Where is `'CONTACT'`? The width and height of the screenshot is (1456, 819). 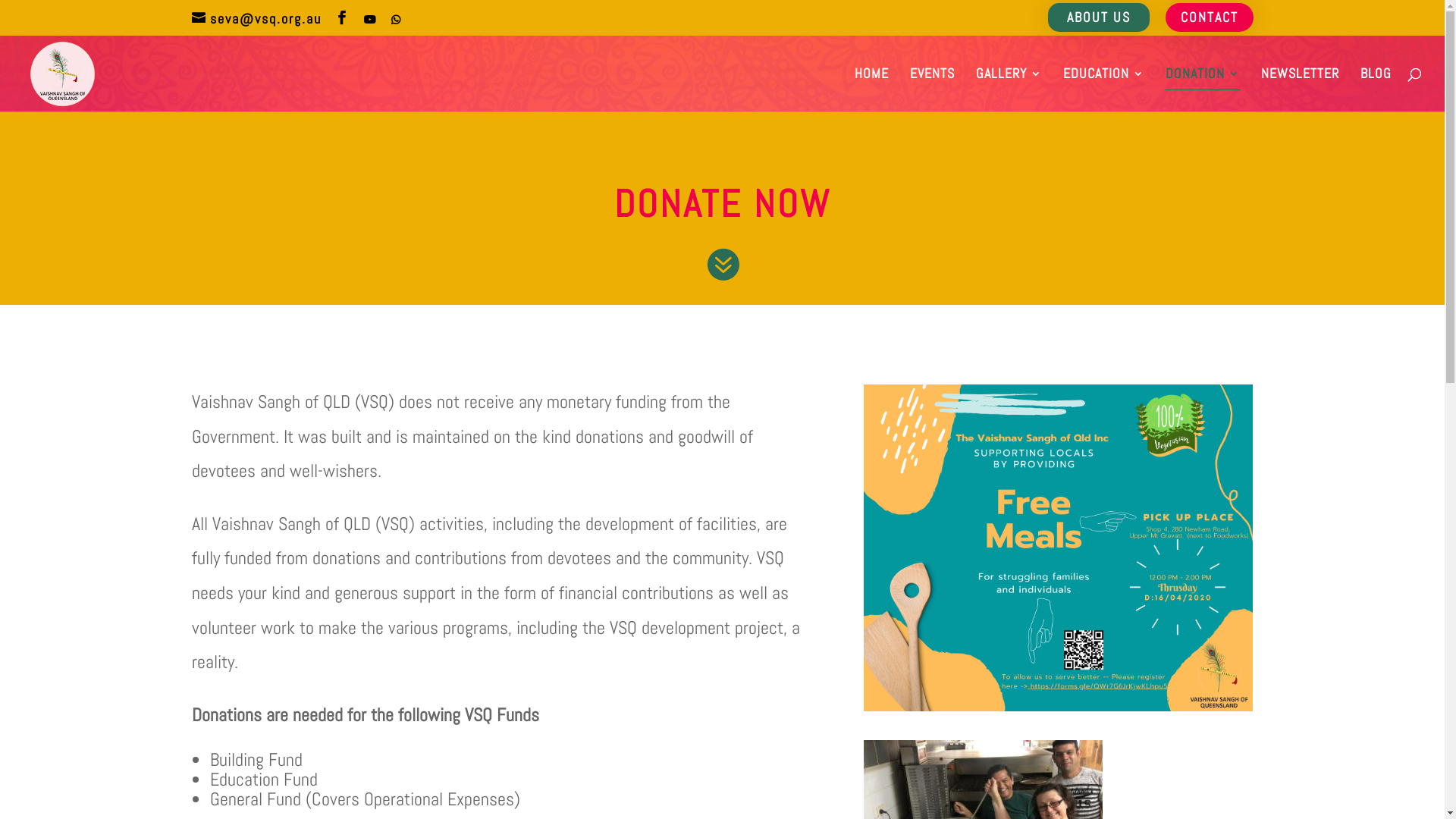 'CONTACT' is located at coordinates (1207, 17).